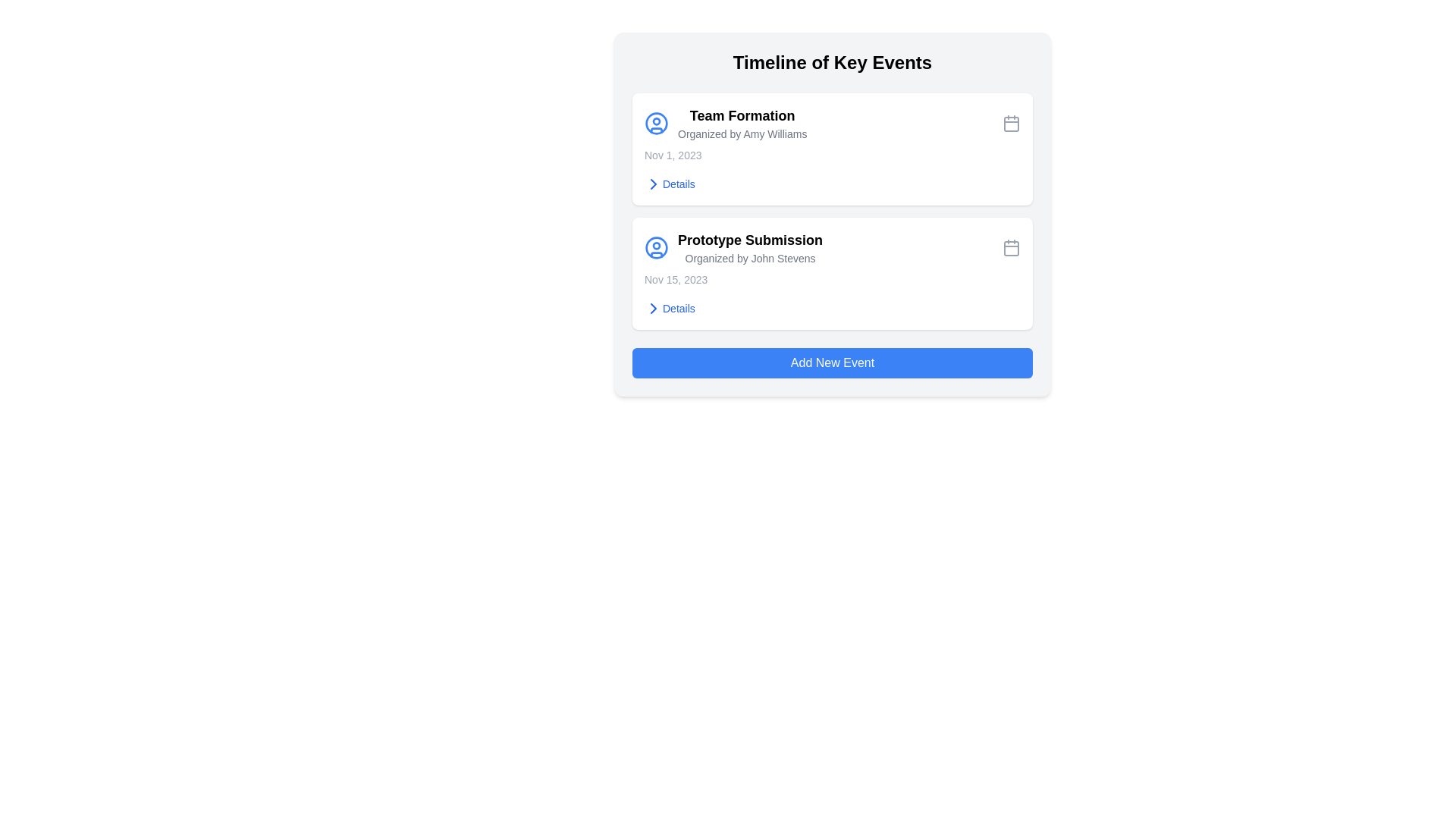 The width and height of the screenshot is (1456, 819). What do you see at coordinates (654, 308) in the screenshot?
I see `the blue right-pointing chevron icon located to the left of the 'Details' text in the second card for 'Prototype Submission' in the timeline list using keyboard navigation` at bounding box center [654, 308].